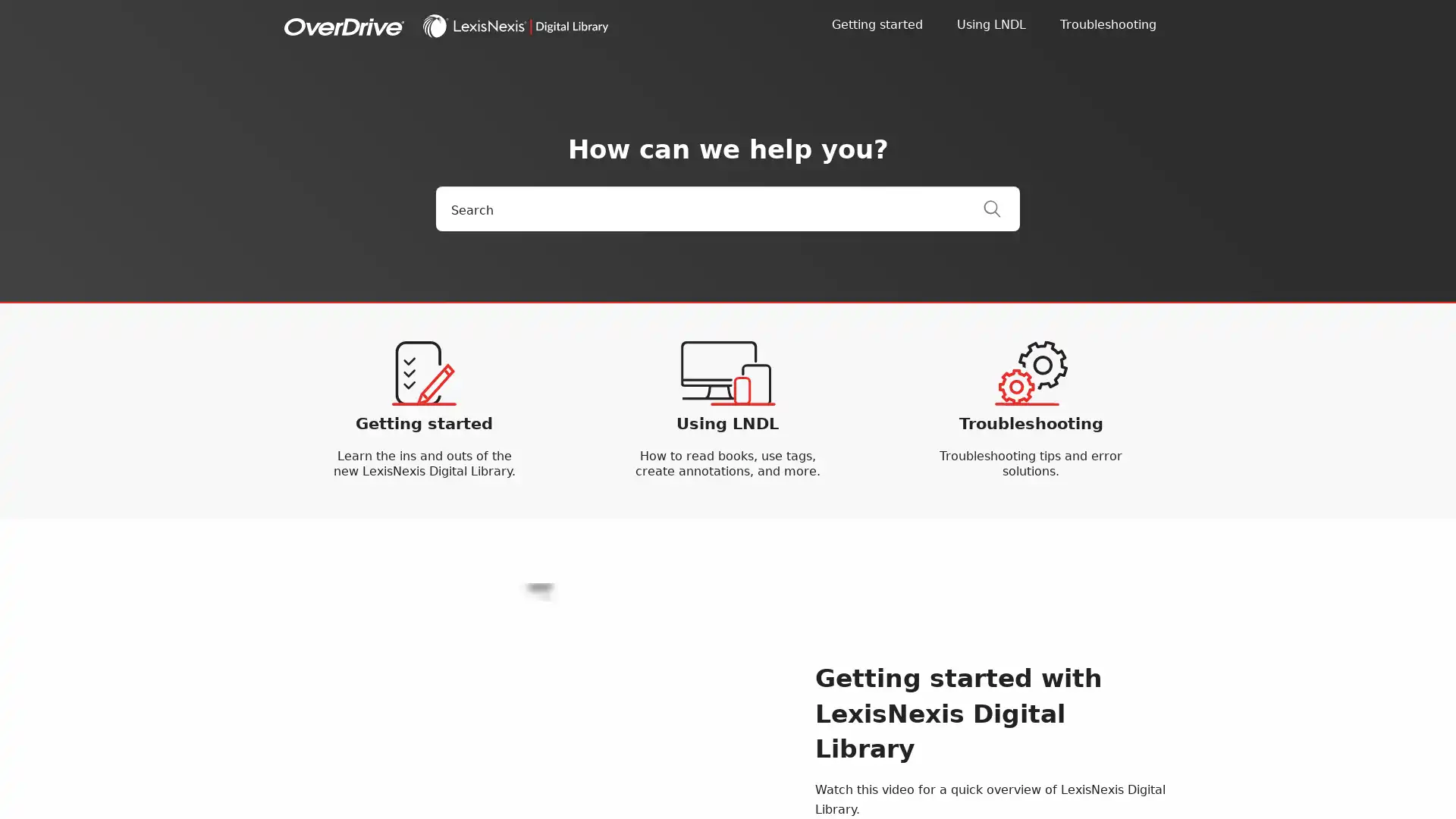 This screenshot has height=819, width=1456. I want to click on Play, so click(538, 717).